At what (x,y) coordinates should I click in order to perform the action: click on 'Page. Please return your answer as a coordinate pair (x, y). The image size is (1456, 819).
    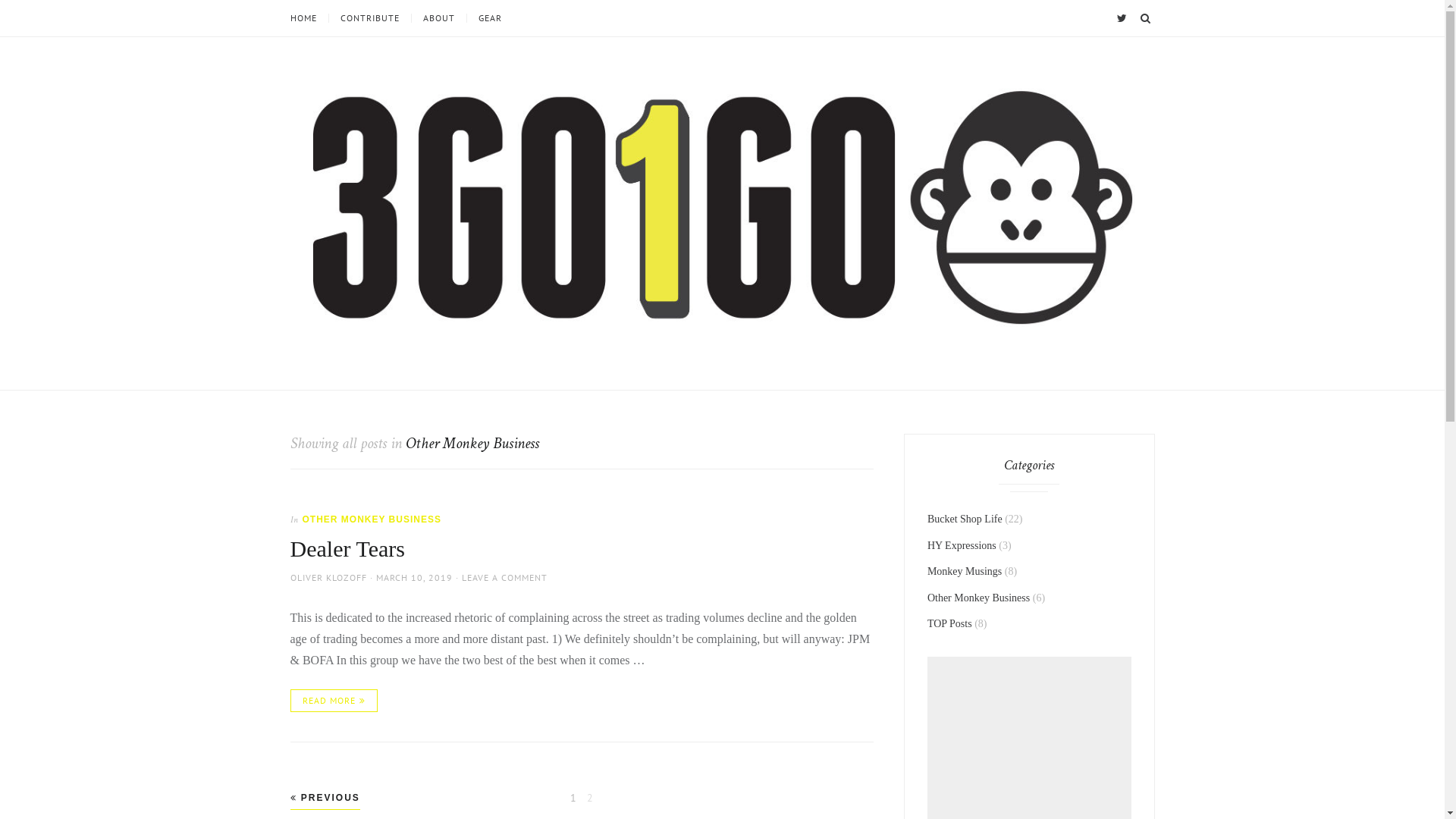
    Looking at the image, I should click on (572, 797).